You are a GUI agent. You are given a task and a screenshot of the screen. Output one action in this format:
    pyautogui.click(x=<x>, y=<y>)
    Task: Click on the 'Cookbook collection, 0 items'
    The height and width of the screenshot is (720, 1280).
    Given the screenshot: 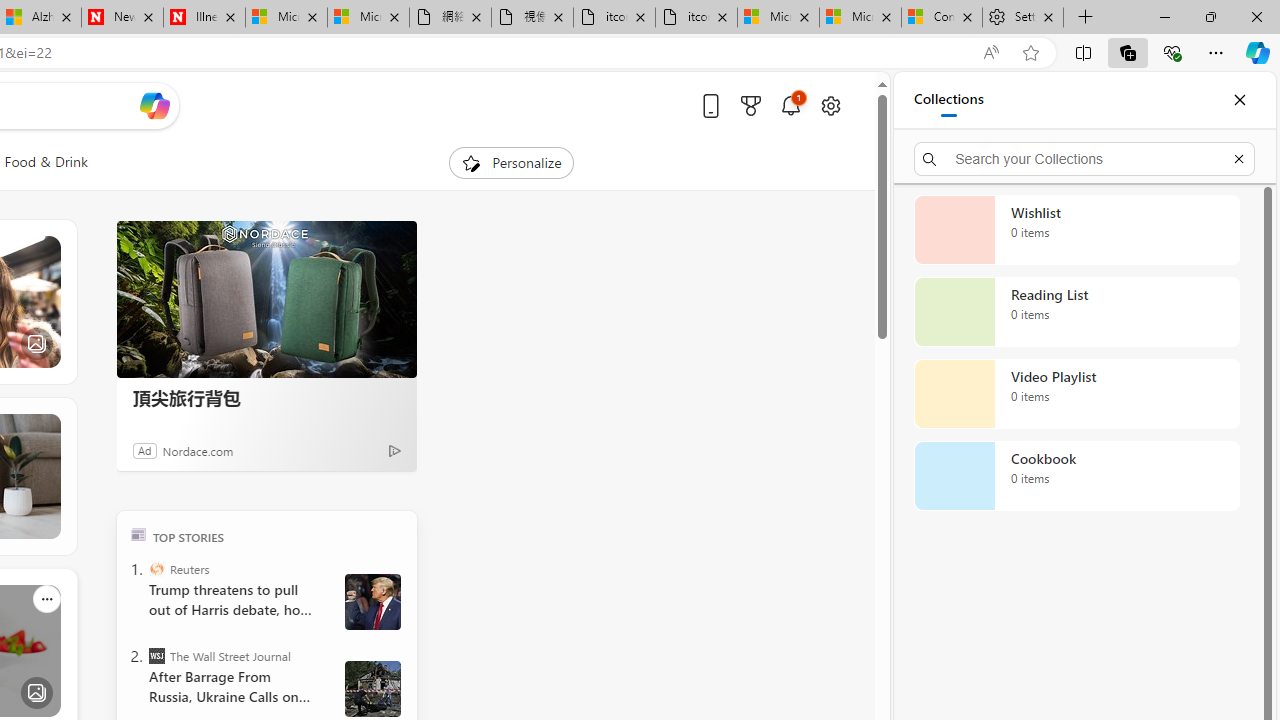 What is the action you would take?
    pyautogui.click(x=1076, y=475)
    